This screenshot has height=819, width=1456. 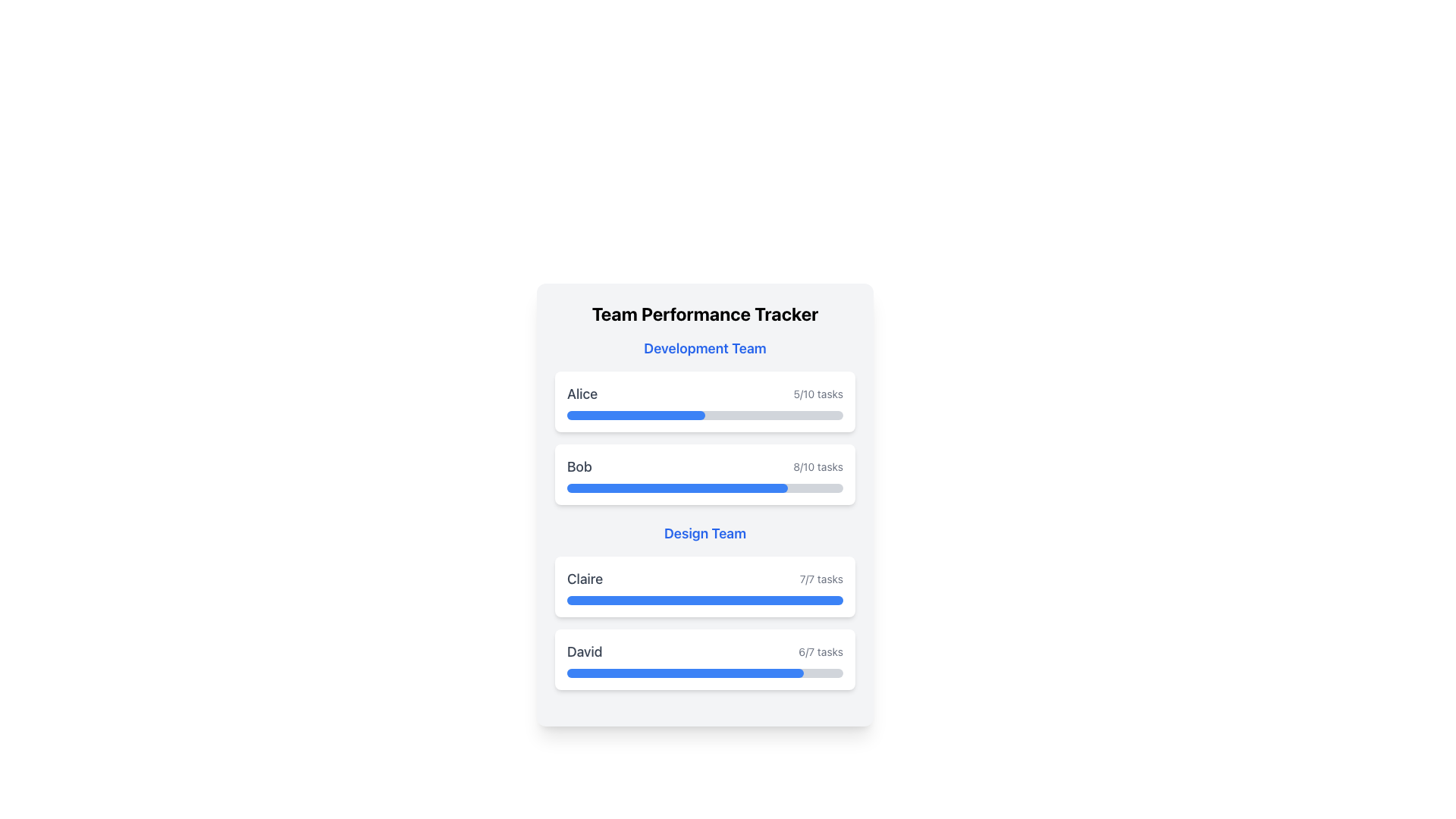 I want to click on the blue progress bar indicating 85.7% completion within the 'David' card under the 'Design Team' section, so click(x=684, y=672).